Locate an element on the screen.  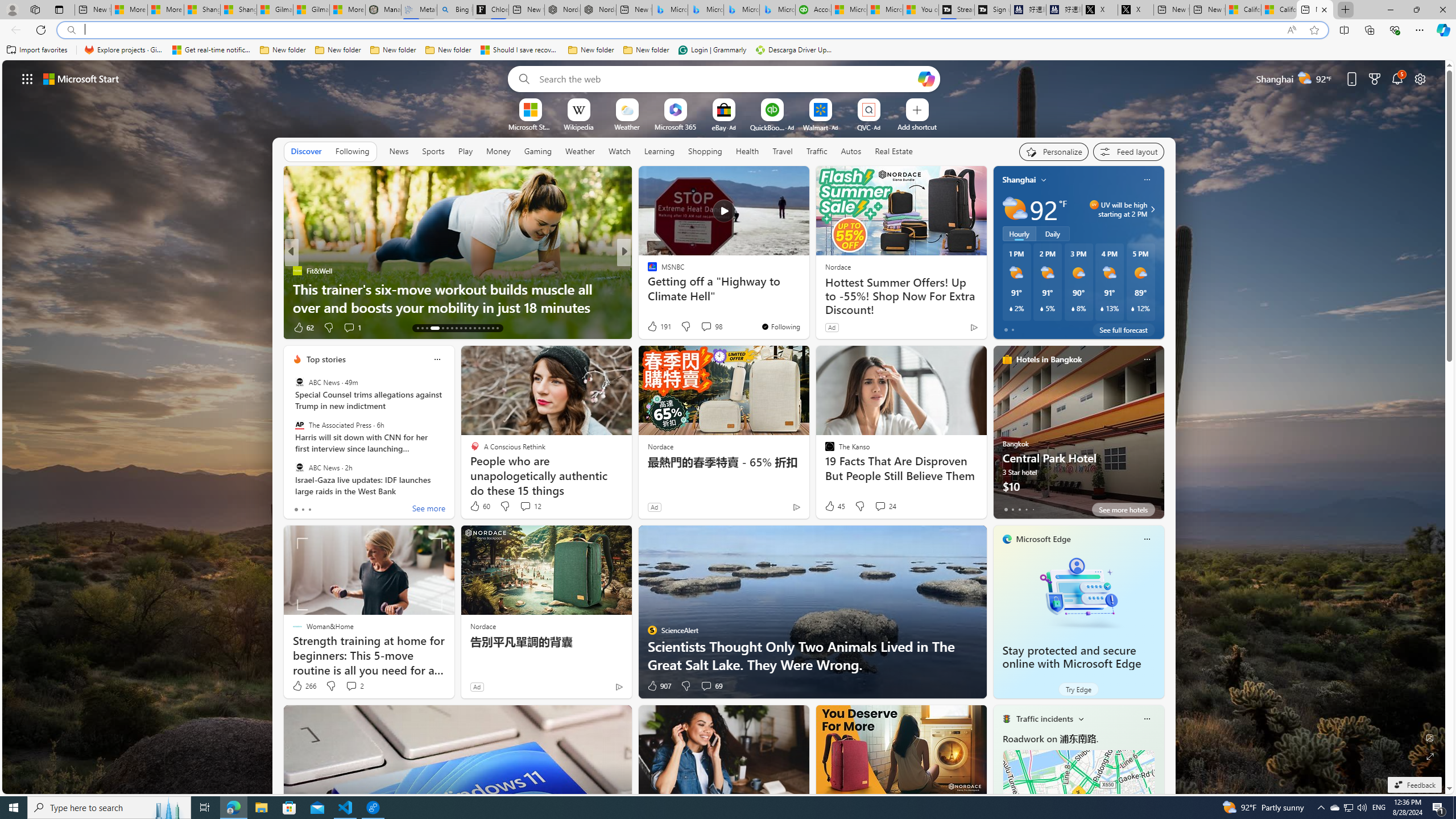
'Hourly' is located at coordinates (1019, 233).